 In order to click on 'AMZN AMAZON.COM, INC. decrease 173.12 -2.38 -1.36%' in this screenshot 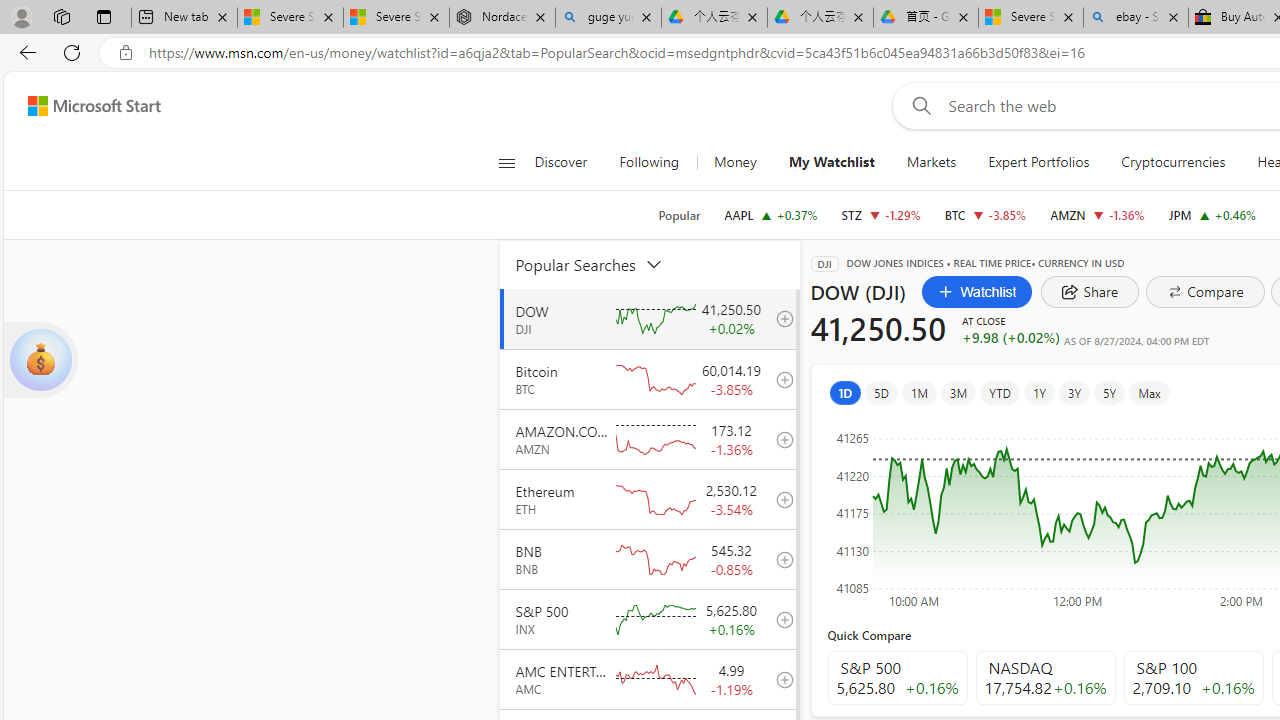, I will do `click(1096, 214)`.